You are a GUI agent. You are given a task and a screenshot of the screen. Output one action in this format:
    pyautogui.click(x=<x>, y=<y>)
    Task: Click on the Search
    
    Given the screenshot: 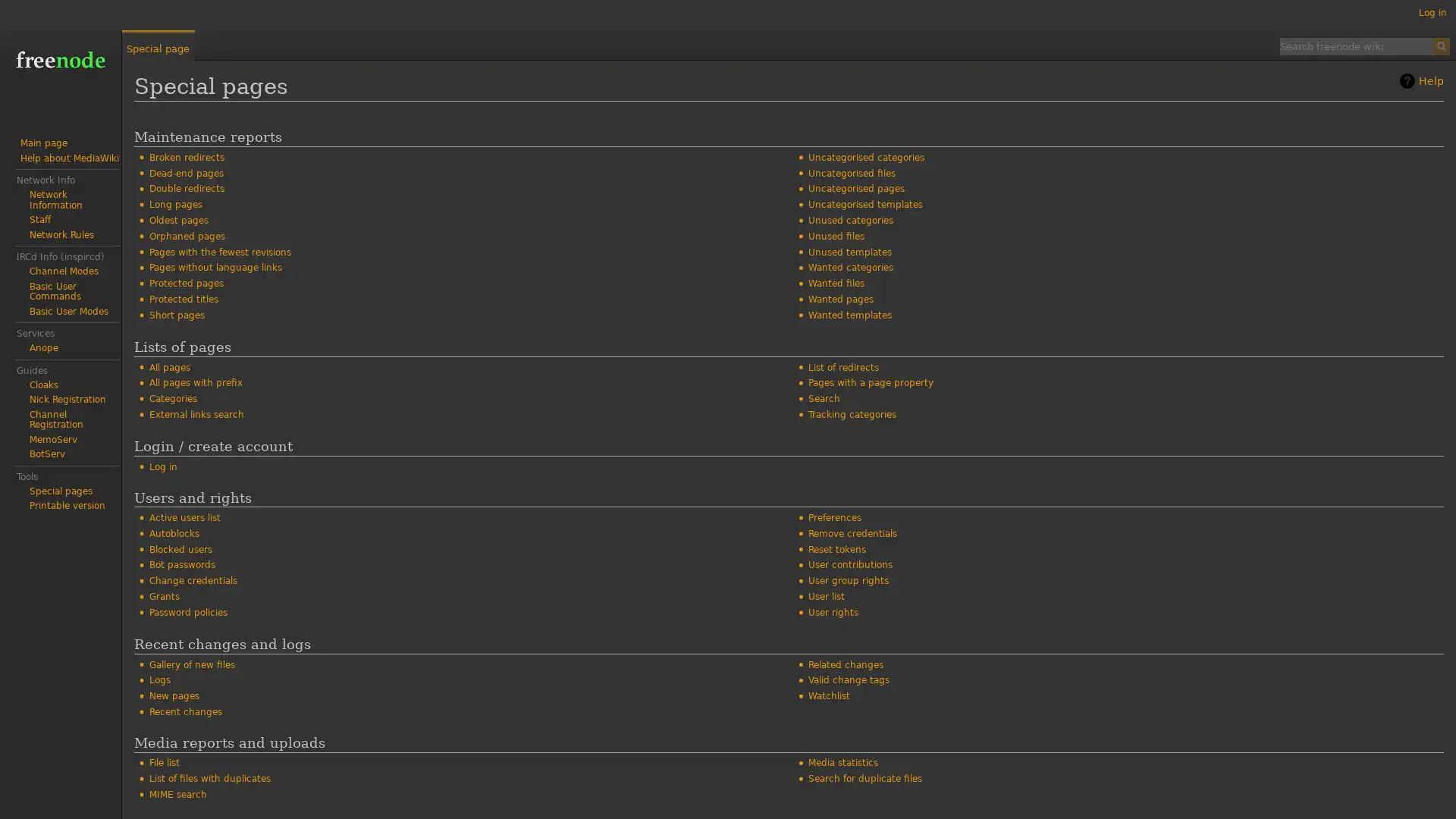 What is the action you would take?
    pyautogui.click(x=1440, y=45)
    